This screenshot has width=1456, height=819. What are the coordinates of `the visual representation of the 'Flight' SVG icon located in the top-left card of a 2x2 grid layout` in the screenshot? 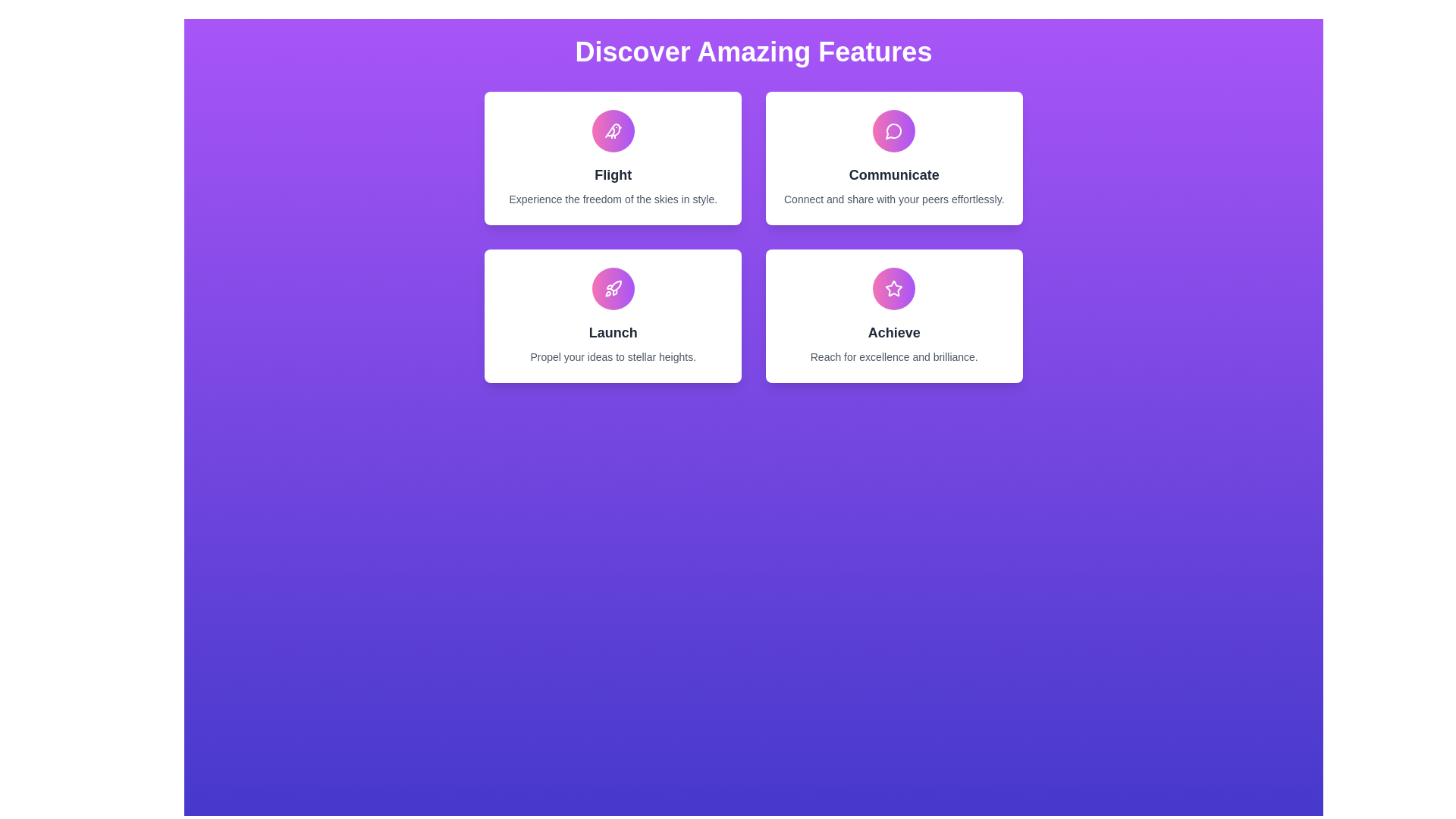 It's located at (613, 289).